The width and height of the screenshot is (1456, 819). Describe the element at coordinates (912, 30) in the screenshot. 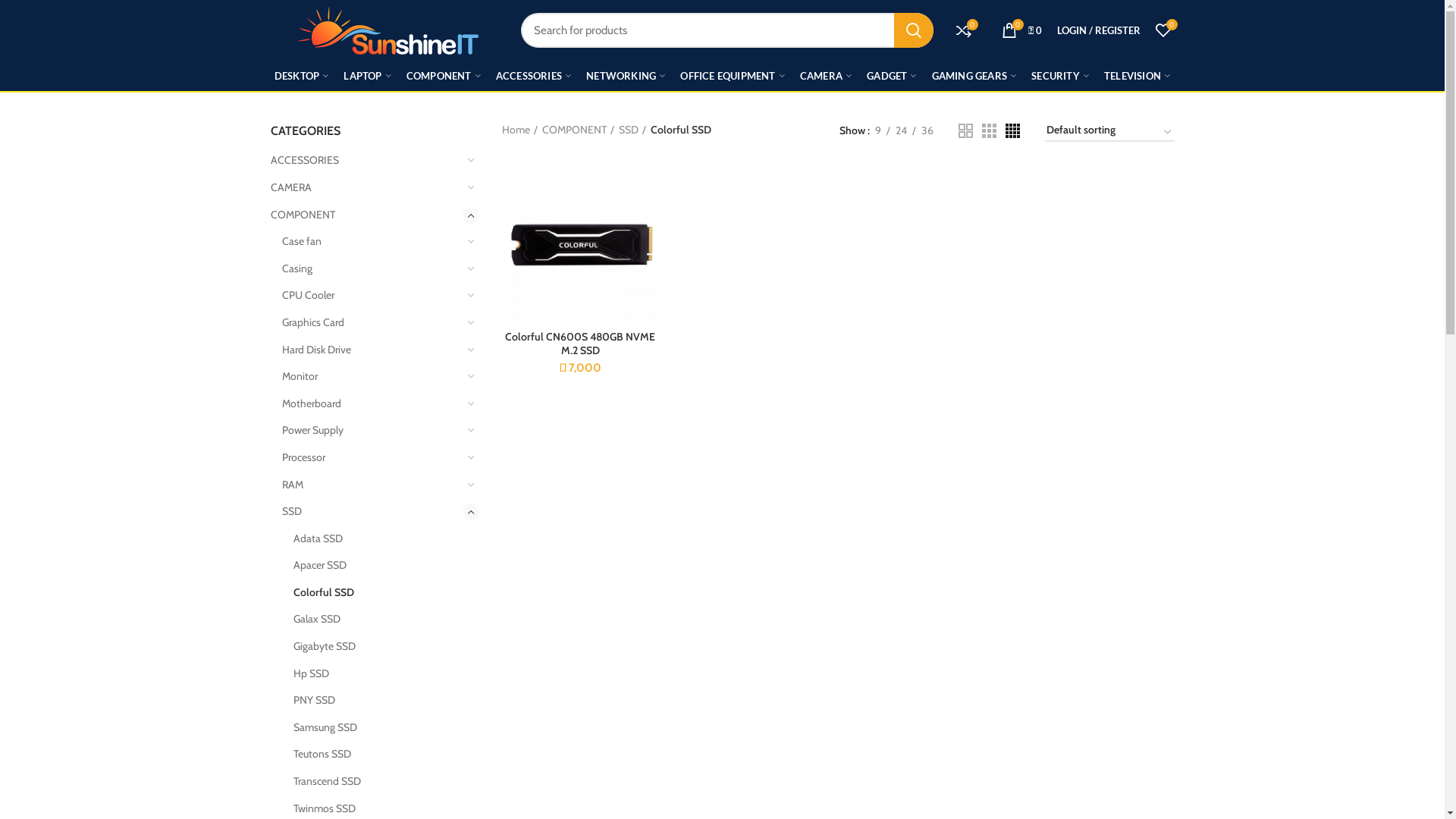

I see `'SEARCH'` at that location.